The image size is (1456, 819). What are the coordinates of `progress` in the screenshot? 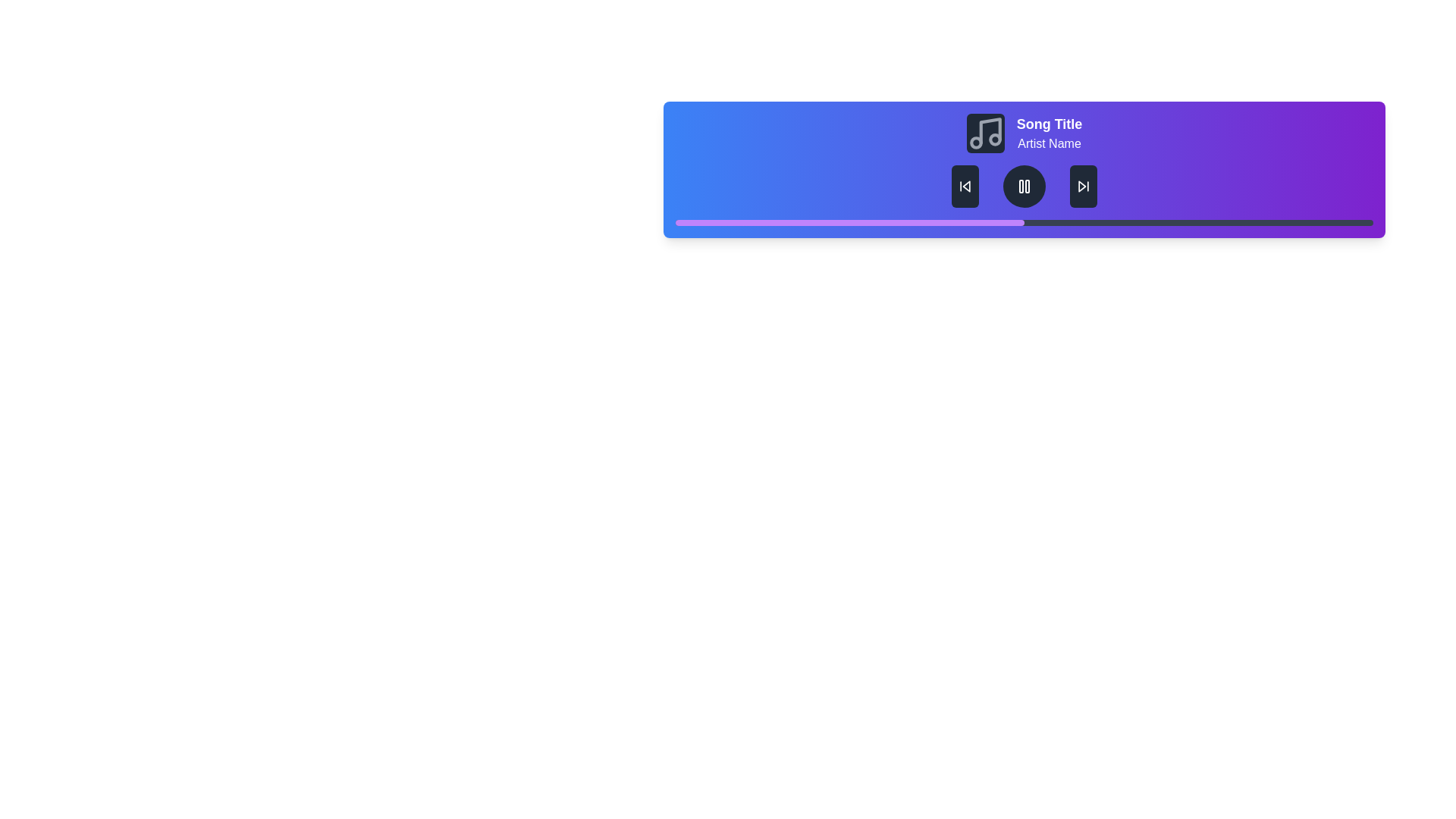 It's located at (1150, 222).